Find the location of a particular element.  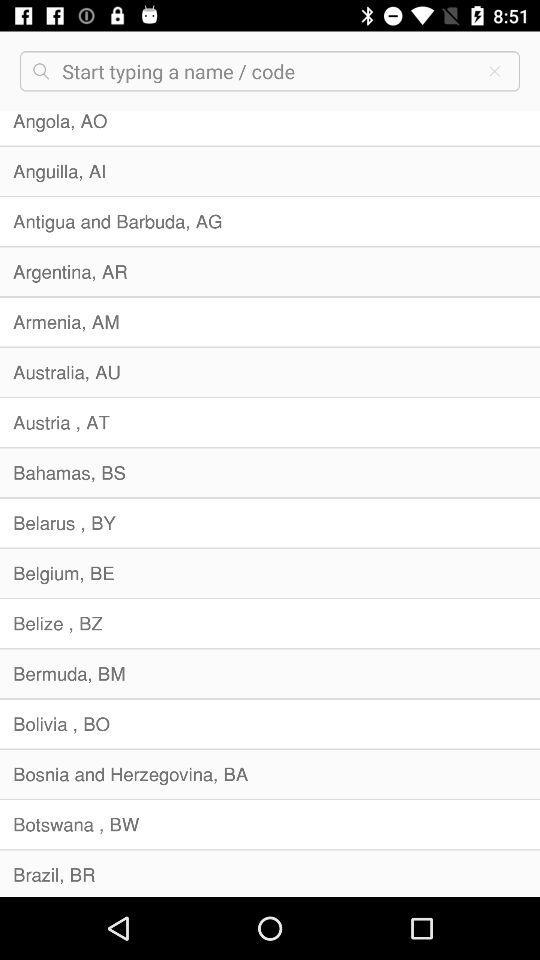

box for entering a name or a code is located at coordinates (266, 71).